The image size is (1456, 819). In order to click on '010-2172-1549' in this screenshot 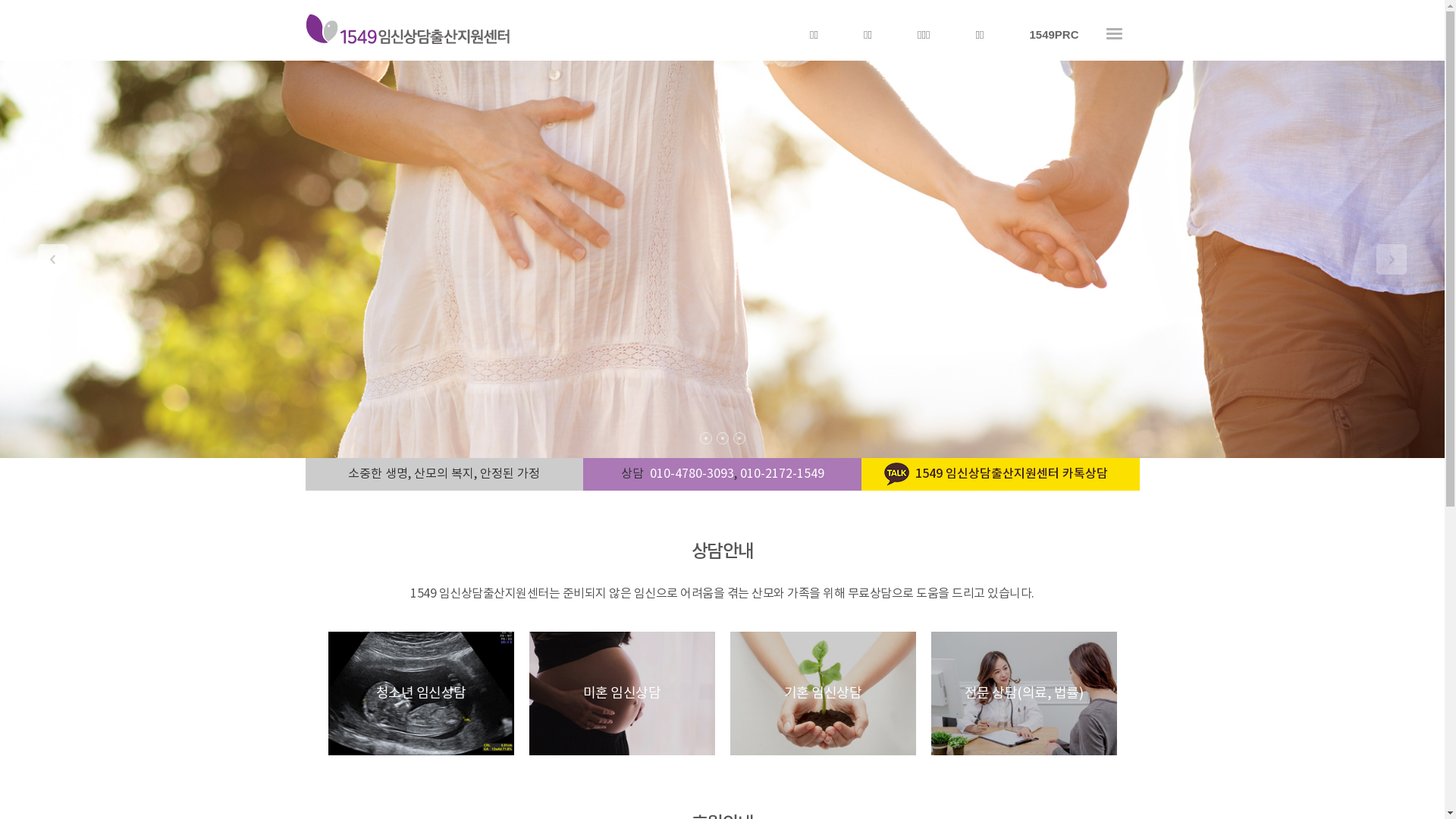, I will do `click(782, 472)`.